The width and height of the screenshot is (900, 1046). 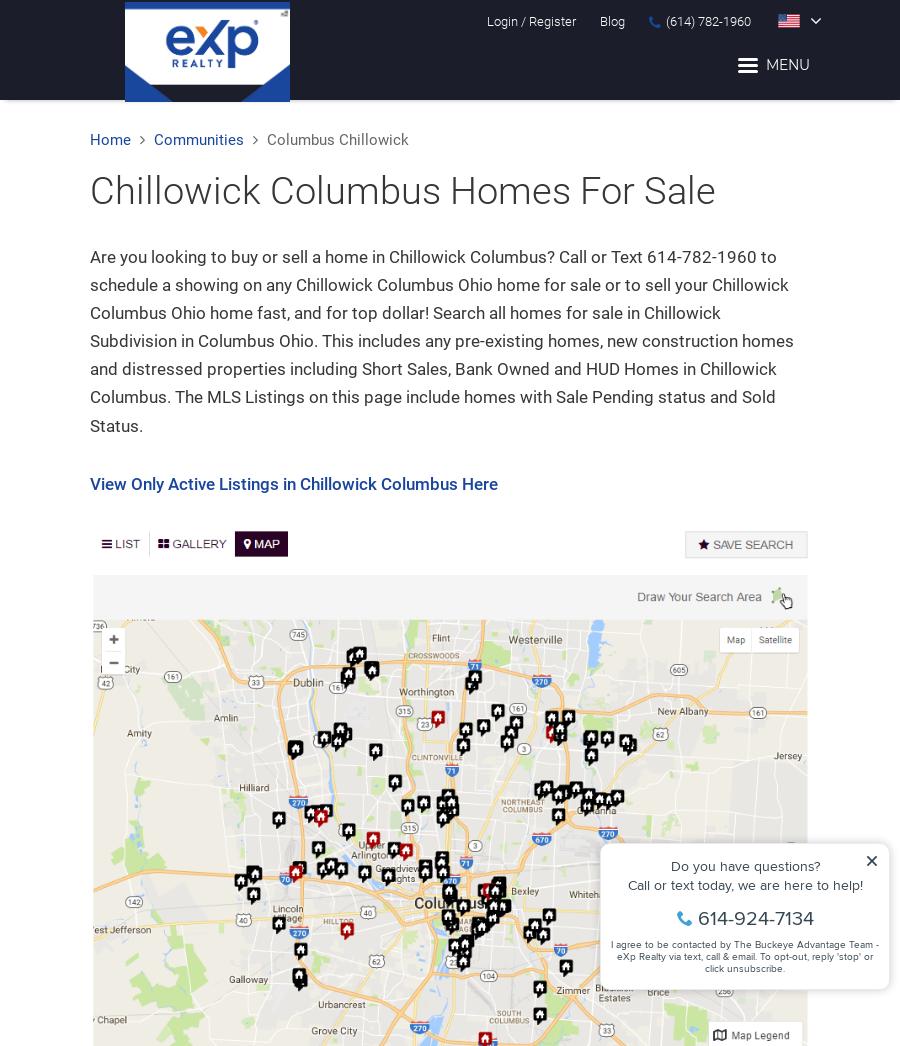 I want to click on '(614) 782-1960', so click(x=707, y=20).